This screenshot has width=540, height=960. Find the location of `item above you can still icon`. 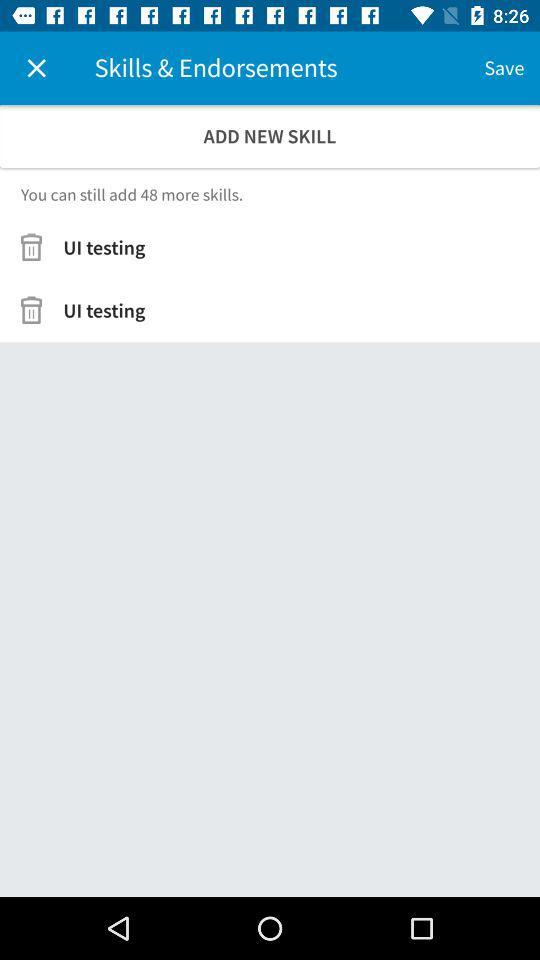

item above you can still icon is located at coordinates (270, 135).